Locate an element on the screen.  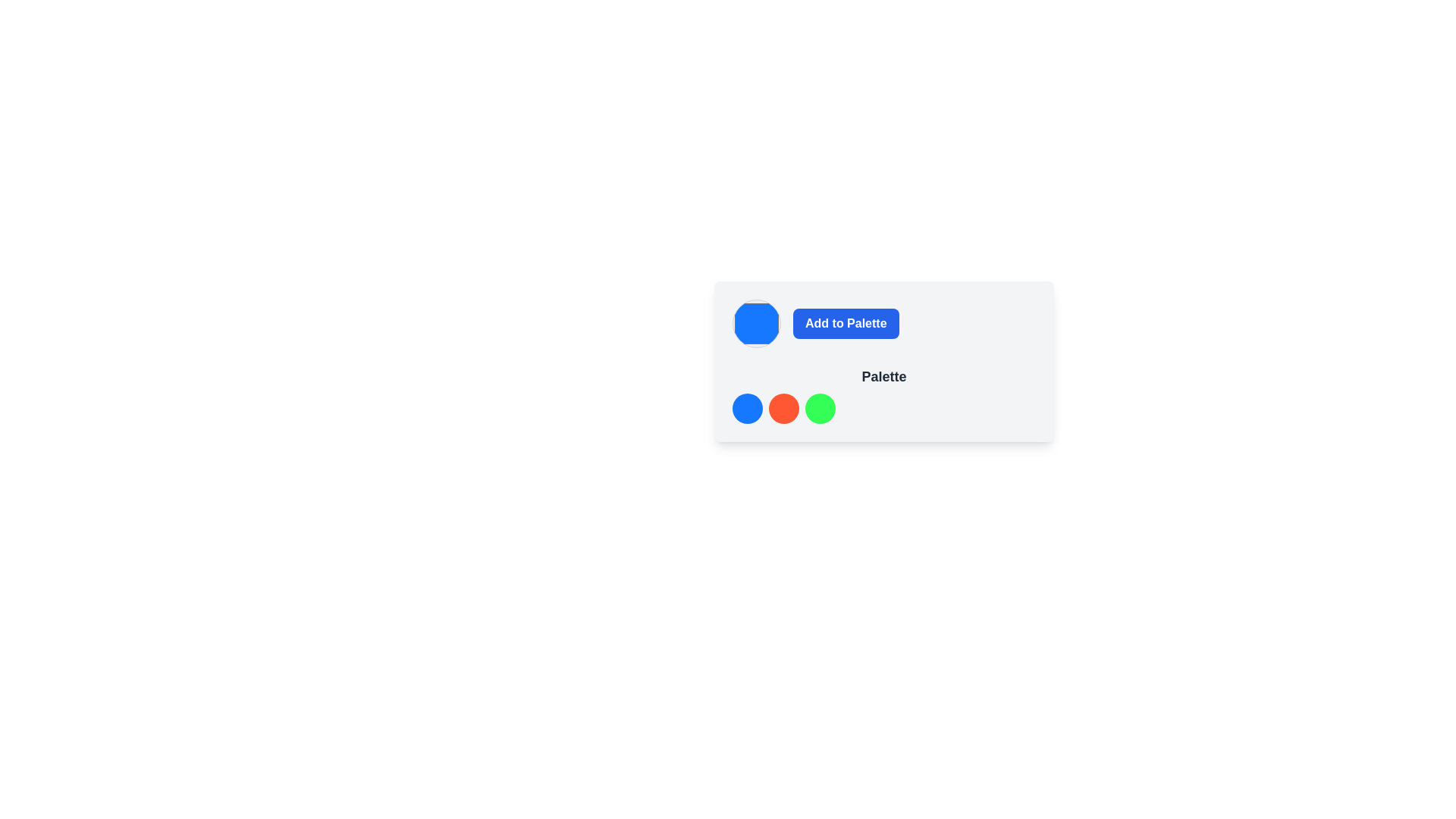
the second circular option indicator in the color palette selection interface is located at coordinates (783, 408).